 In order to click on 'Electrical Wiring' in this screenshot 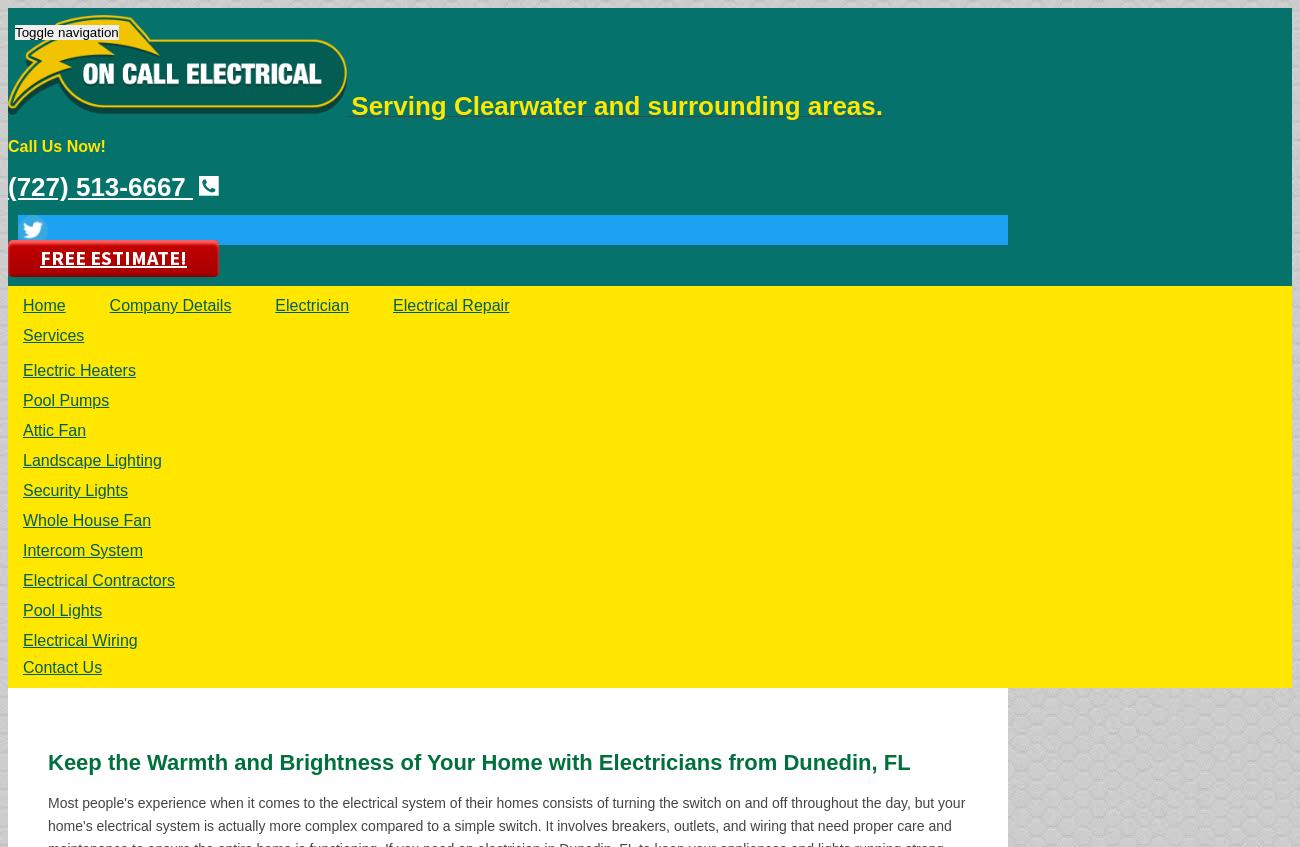, I will do `click(79, 639)`.